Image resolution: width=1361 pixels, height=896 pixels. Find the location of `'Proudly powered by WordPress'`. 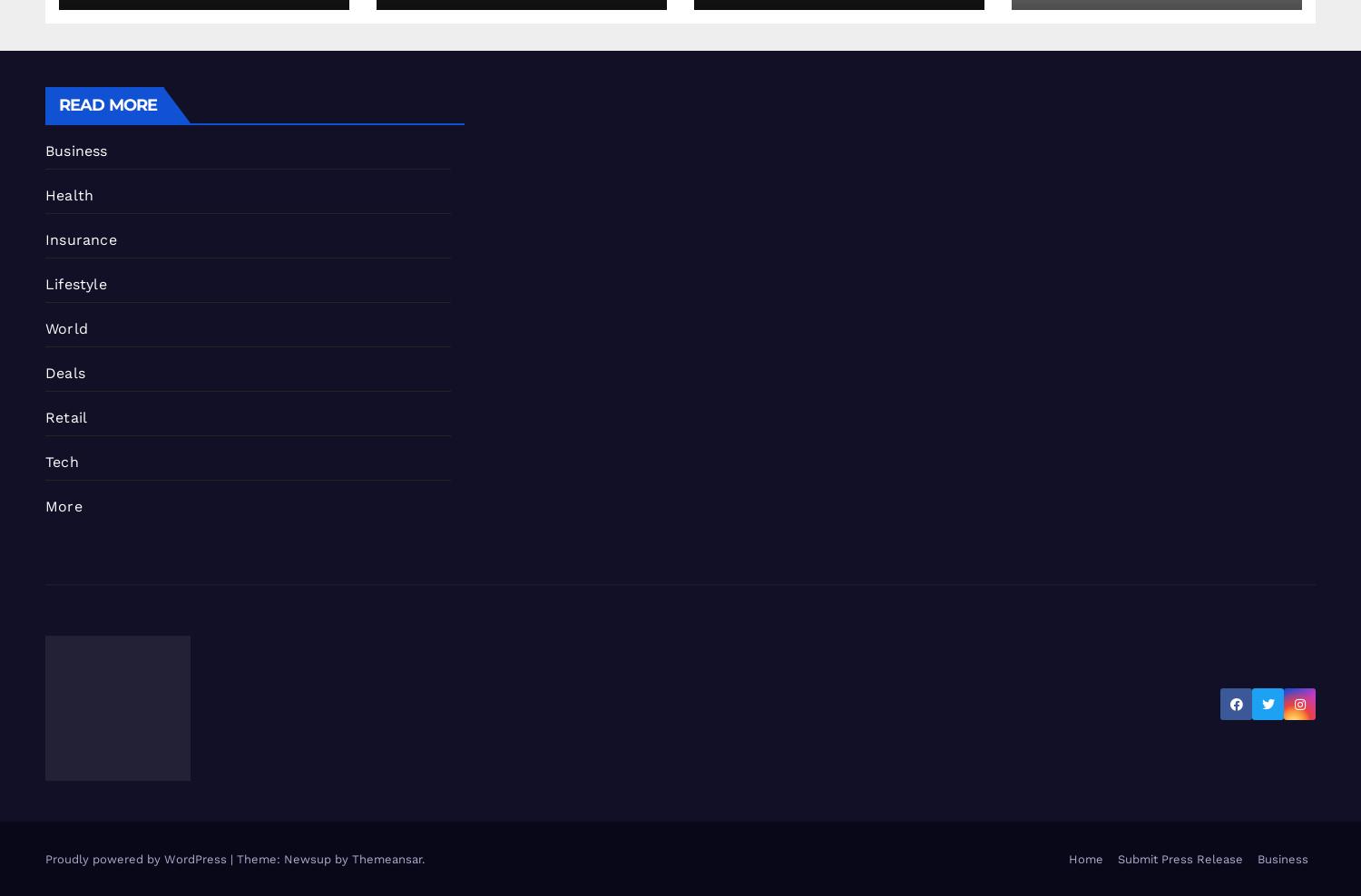

'Proudly powered by WordPress' is located at coordinates (137, 859).